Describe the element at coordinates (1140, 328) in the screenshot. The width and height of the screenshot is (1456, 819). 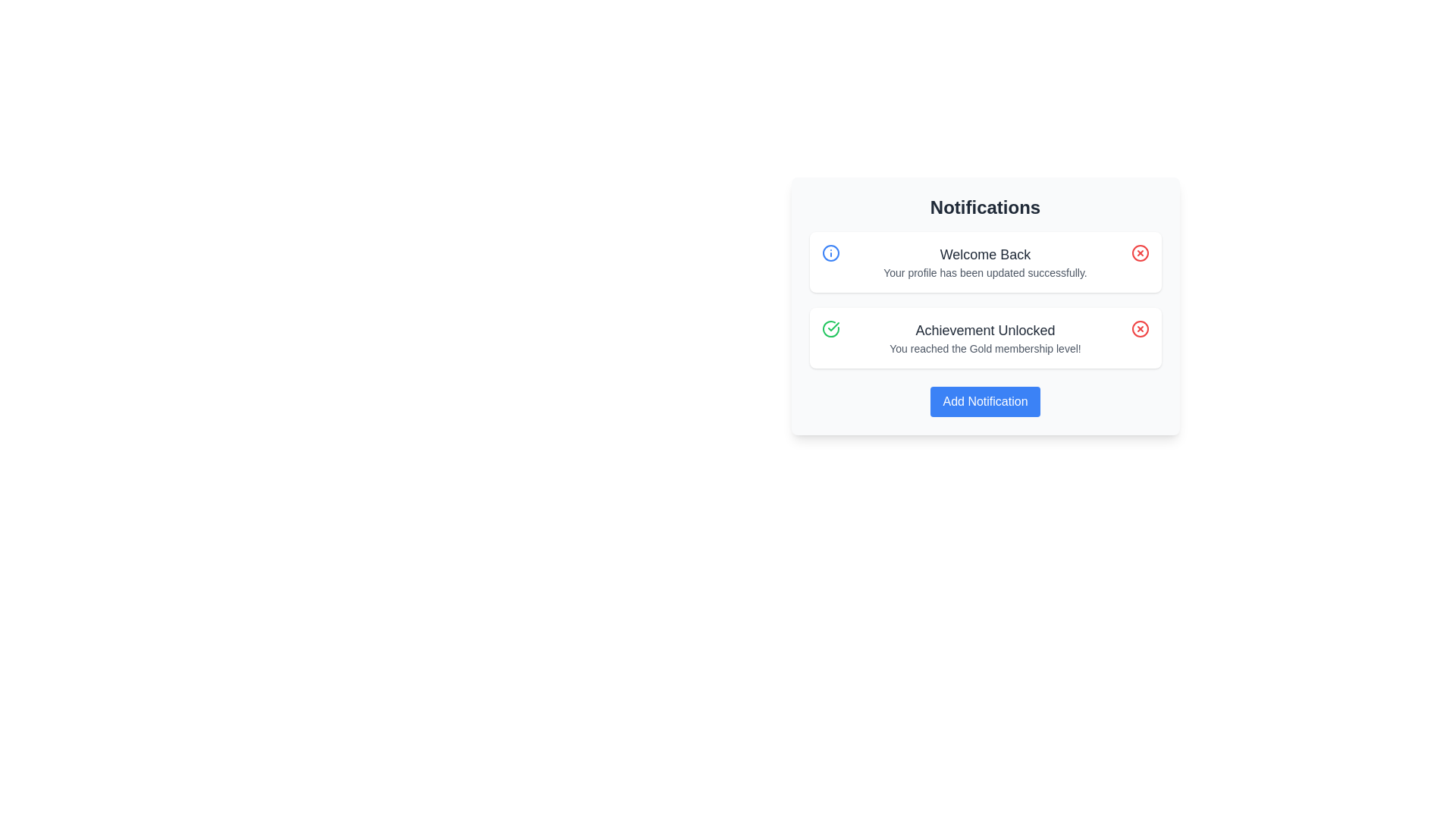
I see `the red circular close button with a white 'X' symbol, located at the far right side of the notification titled 'Achievement Unlocked'` at that location.